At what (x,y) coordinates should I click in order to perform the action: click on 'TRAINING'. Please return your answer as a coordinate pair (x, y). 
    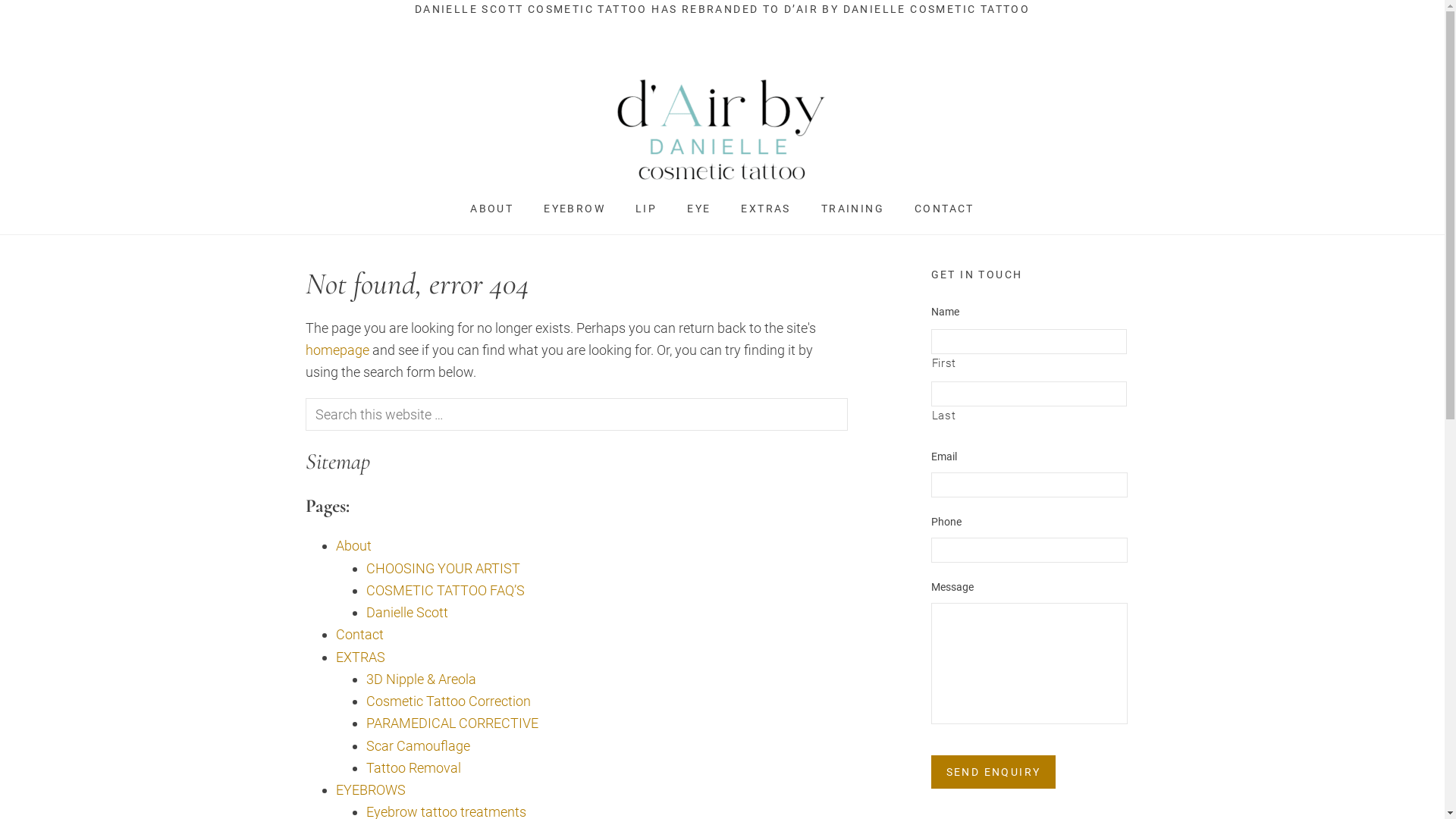
    Looking at the image, I should click on (852, 209).